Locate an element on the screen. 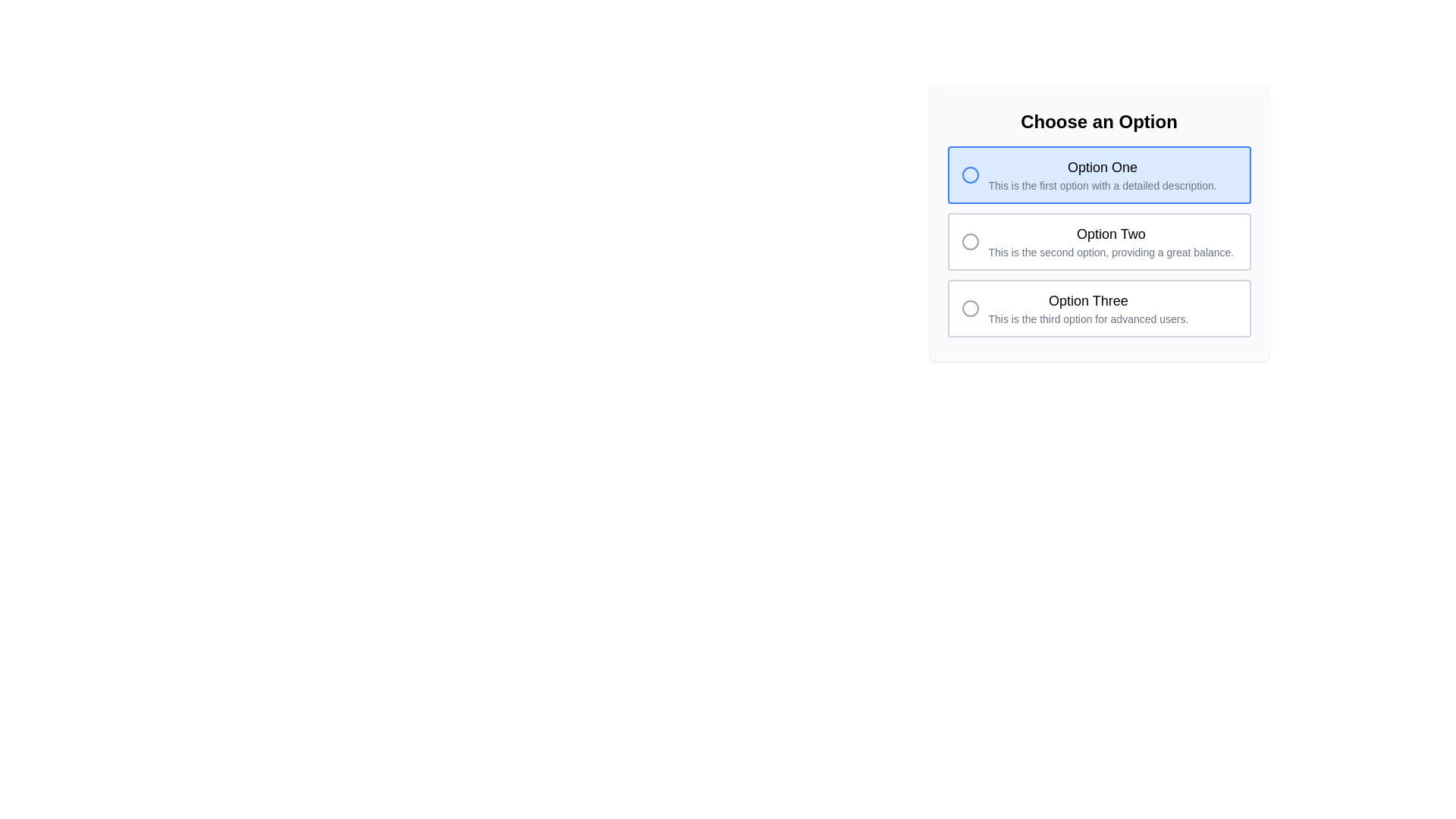 The height and width of the screenshot is (819, 1456). the unselected radio button next to 'Option Three' is located at coordinates (969, 308).